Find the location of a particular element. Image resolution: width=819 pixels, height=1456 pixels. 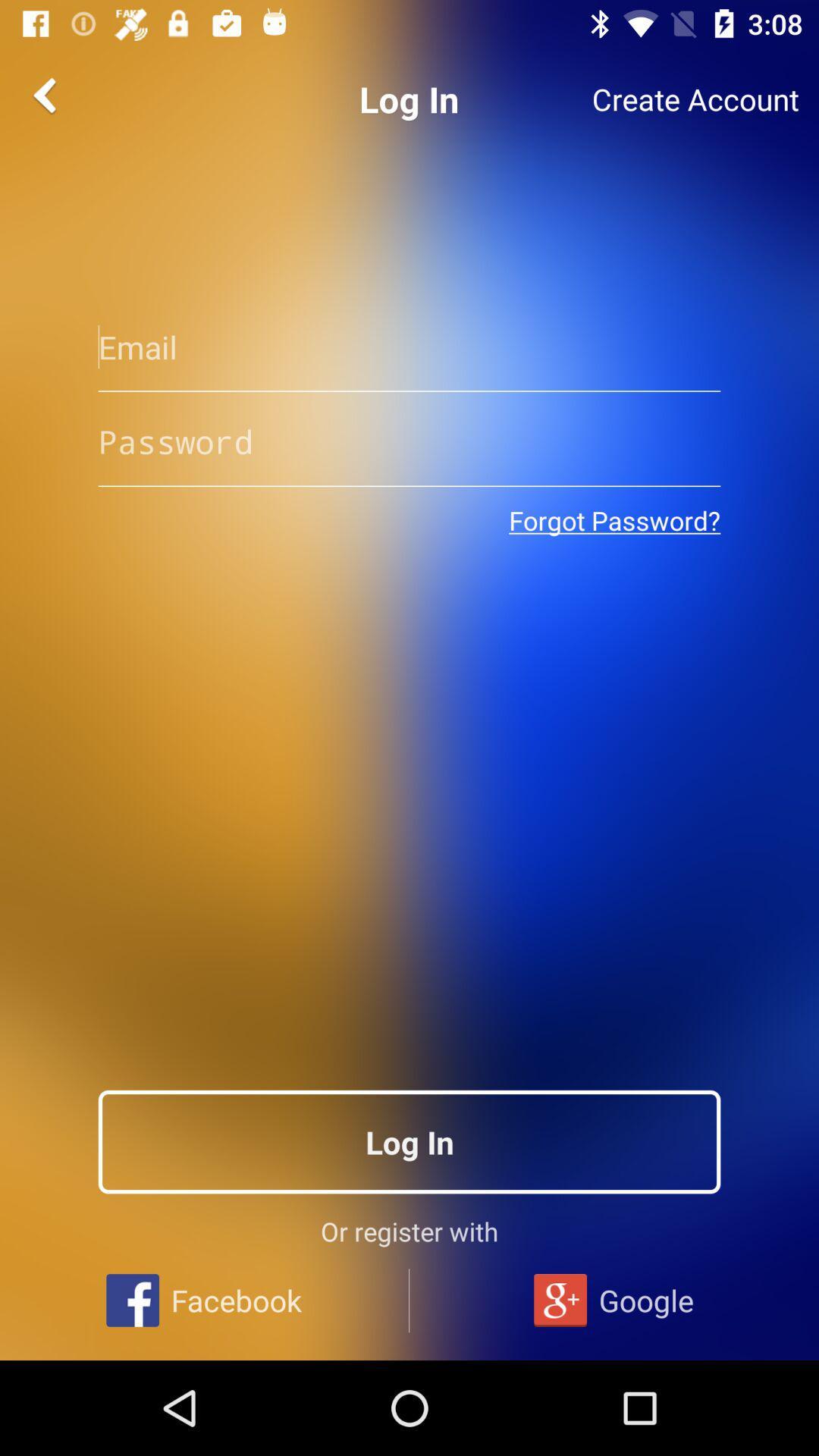

email is located at coordinates (409, 346).